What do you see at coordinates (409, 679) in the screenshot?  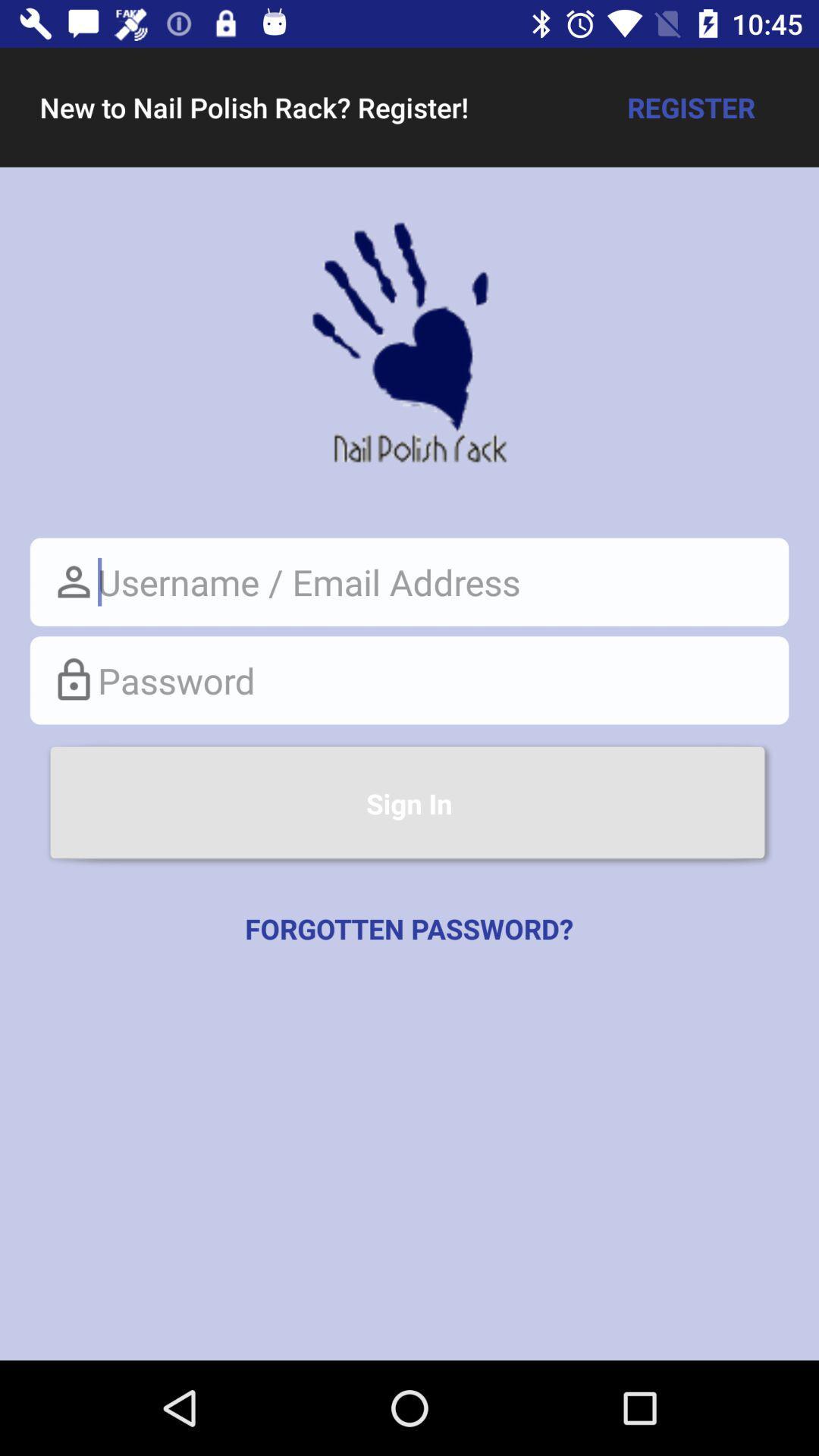 I see `place cursor` at bounding box center [409, 679].